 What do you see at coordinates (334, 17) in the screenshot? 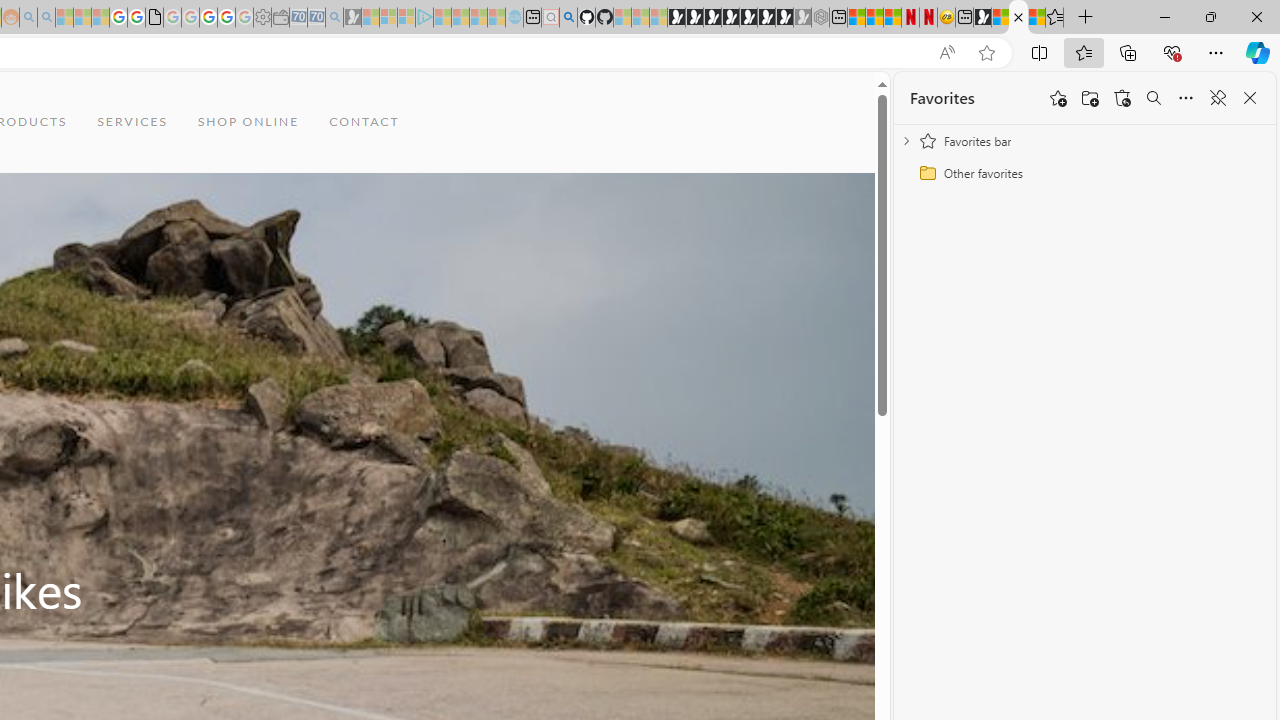
I see `'Bing Real Estate - Home sales and rental listings - Sleeping'` at bounding box center [334, 17].